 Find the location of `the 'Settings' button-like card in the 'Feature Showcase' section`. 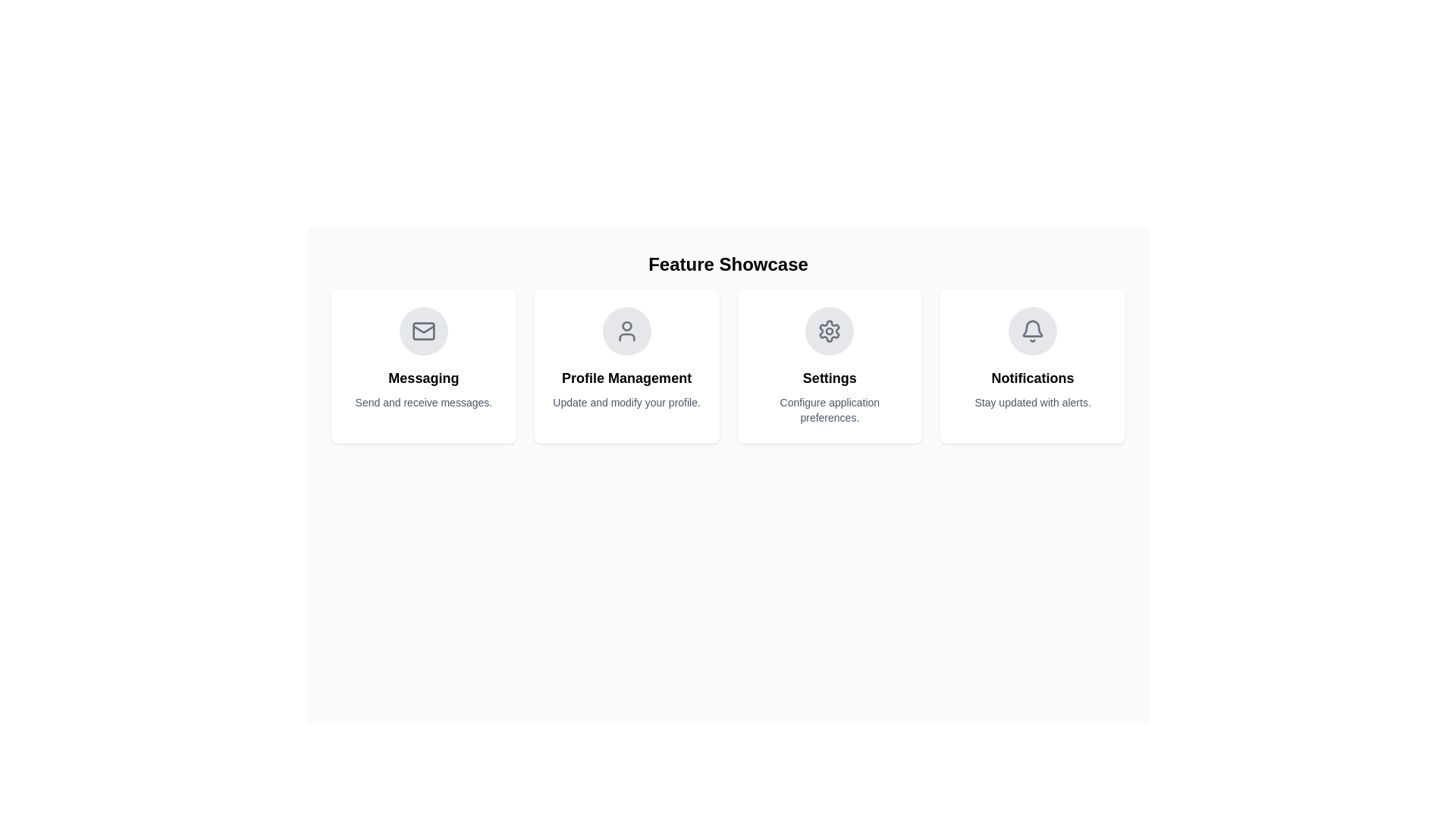

the 'Settings' button-like card in the 'Feature Showcase' section is located at coordinates (829, 366).